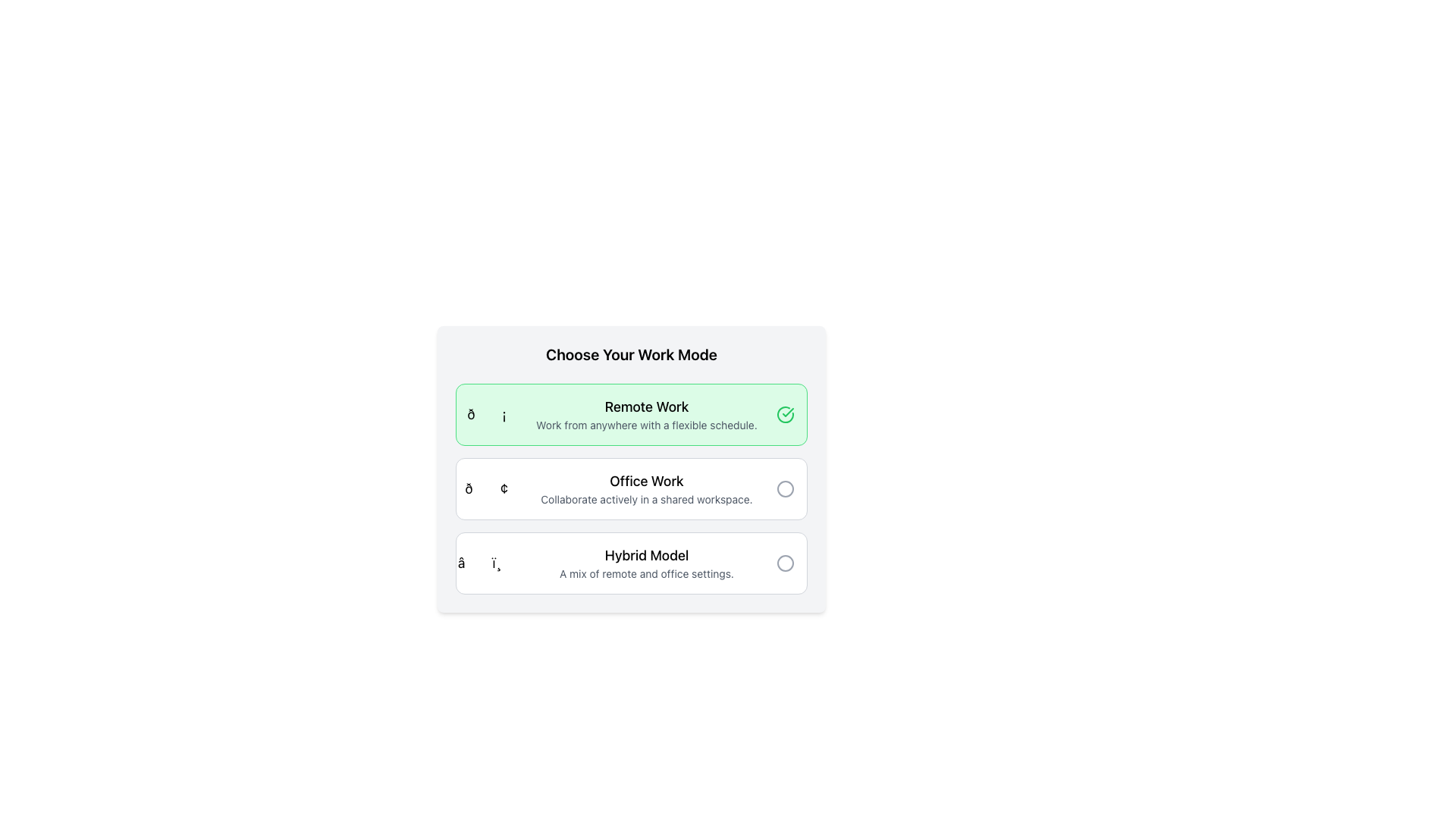 Image resolution: width=1456 pixels, height=819 pixels. Describe the element at coordinates (632, 563) in the screenshot. I see `details of the 'Hybrid Model' Selectable Option Card, which is the third card in a vertical stack of options` at that location.